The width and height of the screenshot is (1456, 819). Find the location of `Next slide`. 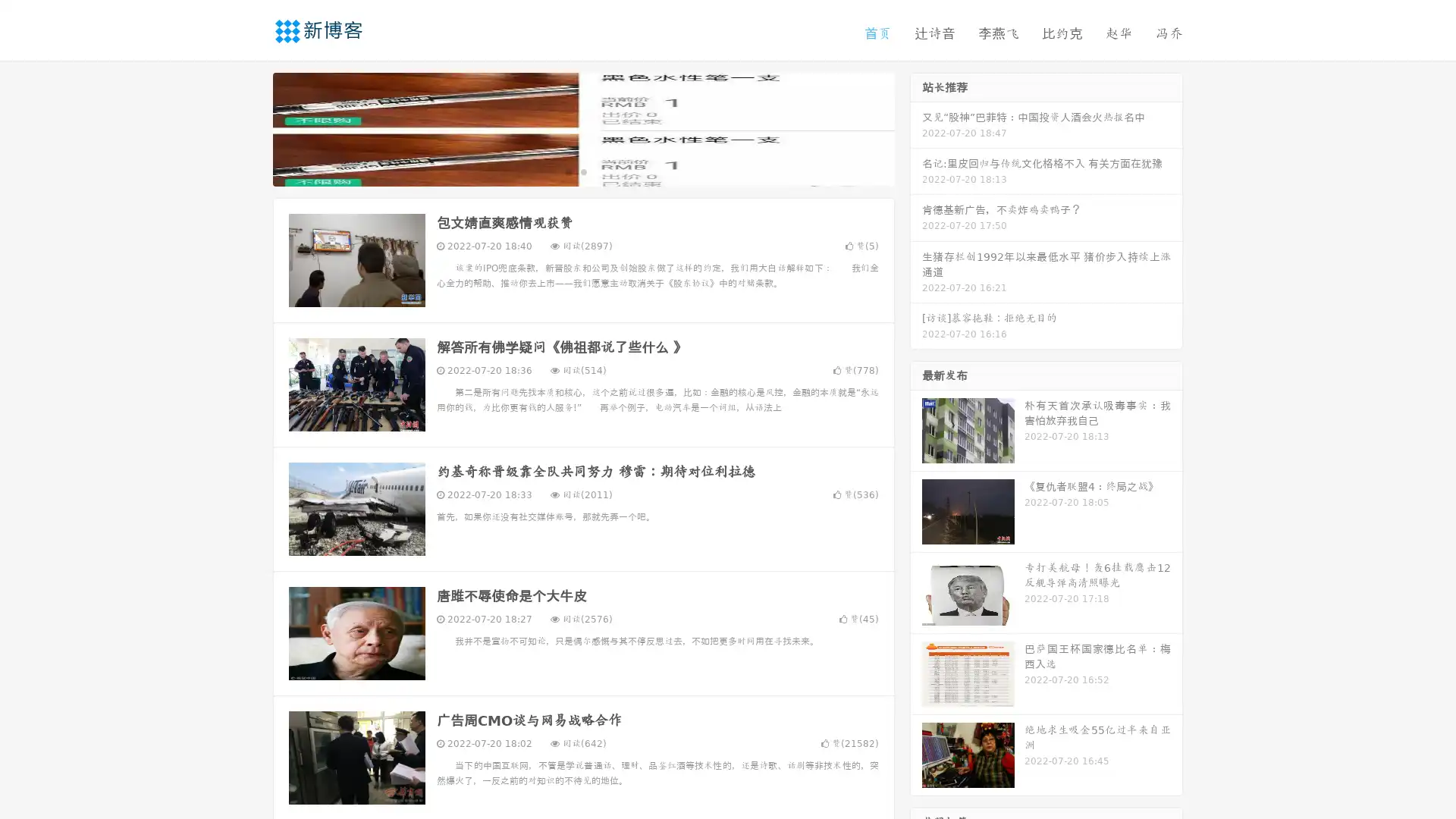

Next slide is located at coordinates (916, 127).